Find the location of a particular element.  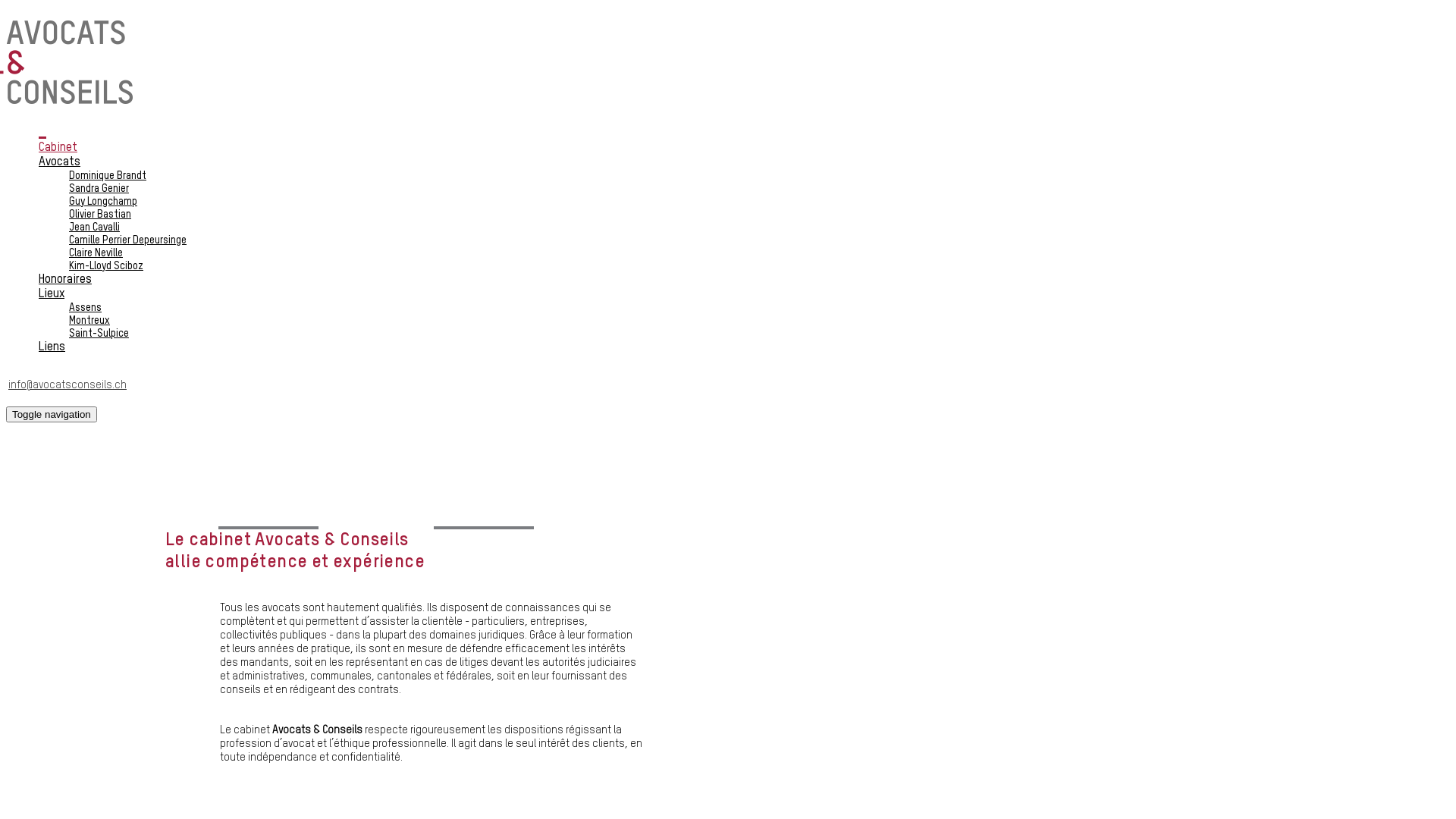

'Cabinet' is located at coordinates (58, 148).